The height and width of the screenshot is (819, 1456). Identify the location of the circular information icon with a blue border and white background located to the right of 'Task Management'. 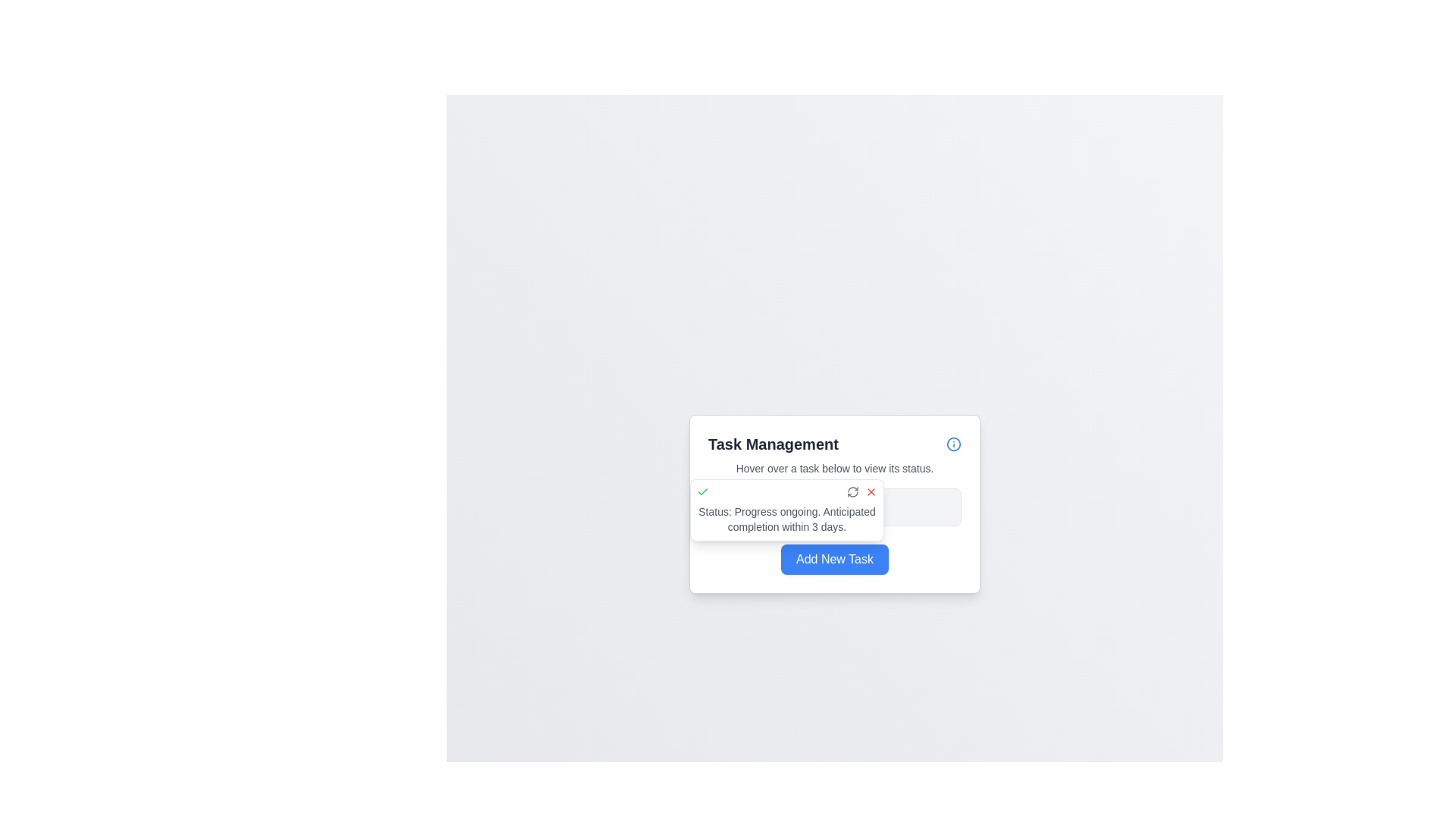
(952, 444).